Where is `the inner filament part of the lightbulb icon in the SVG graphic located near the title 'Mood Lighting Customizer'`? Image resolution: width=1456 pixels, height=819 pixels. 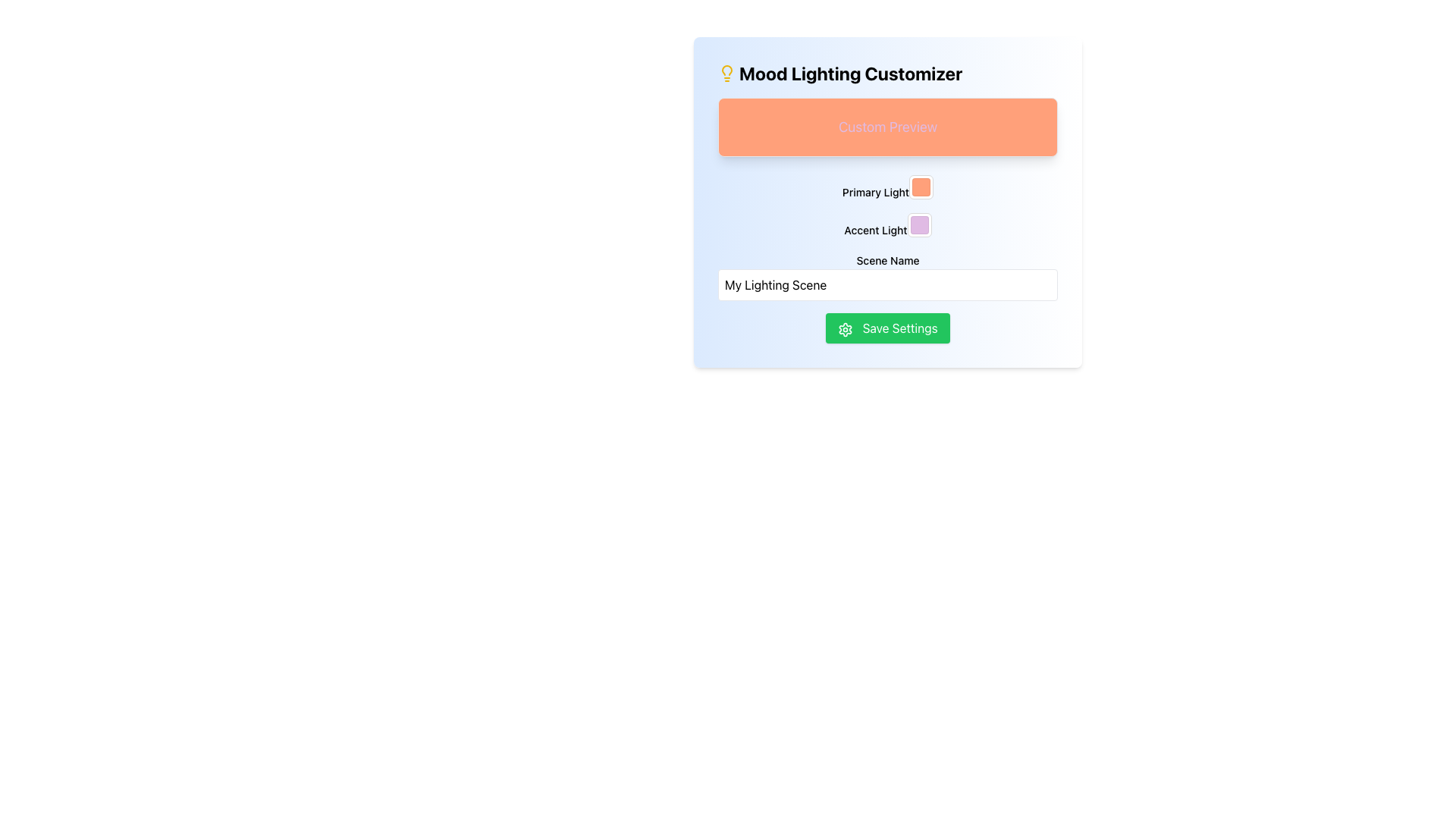 the inner filament part of the lightbulb icon in the SVG graphic located near the title 'Mood Lighting Customizer' is located at coordinates (726, 70).